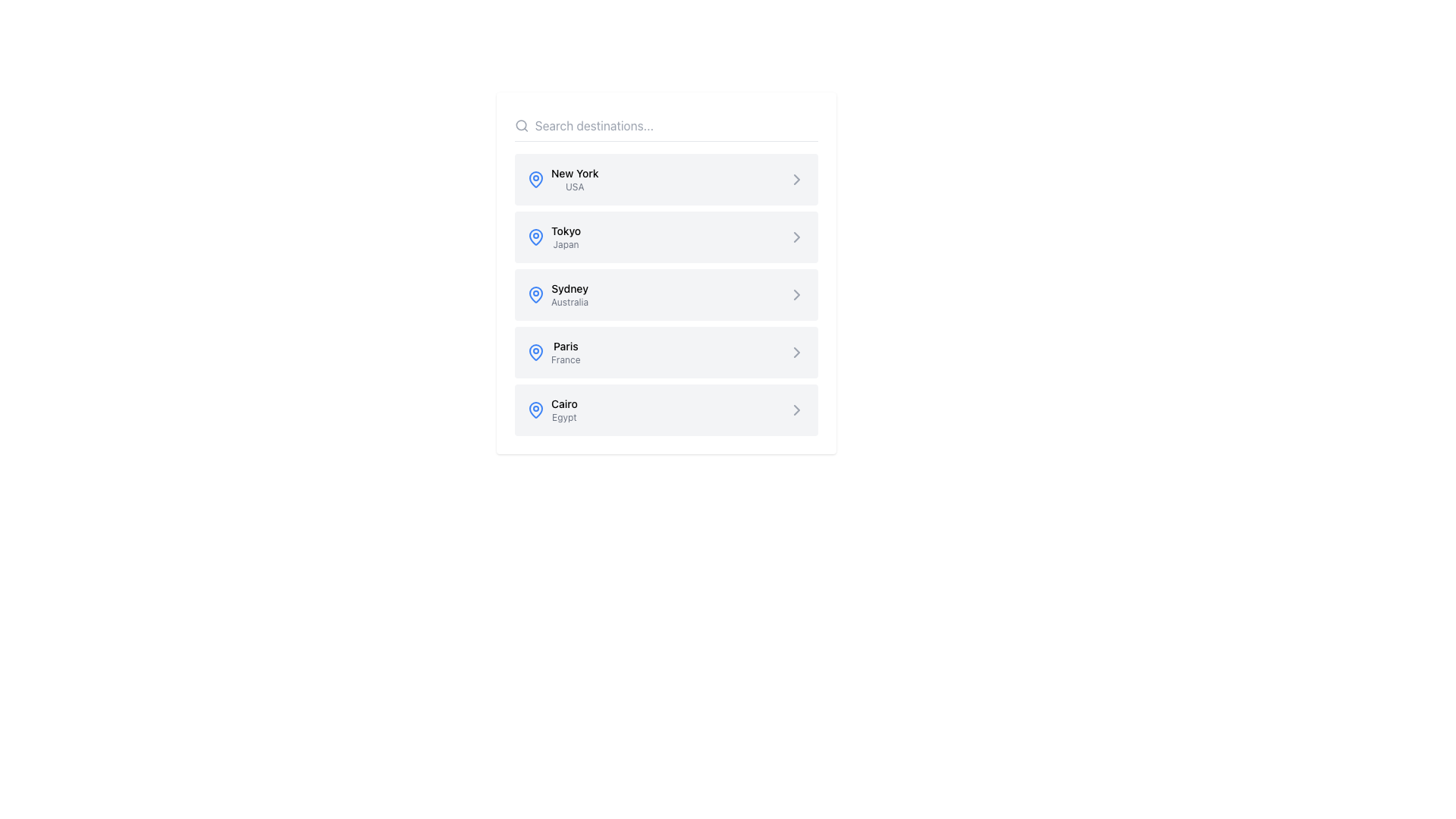 This screenshot has width=1456, height=819. What do you see at coordinates (565, 237) in the screenshot?
I see `label representing the location Tokyo, Japan, which is located in the second row of a vertical list, adjacent to a blue map pin icon on the left and a chevron icon on the right` at bounding box center [565, 237].